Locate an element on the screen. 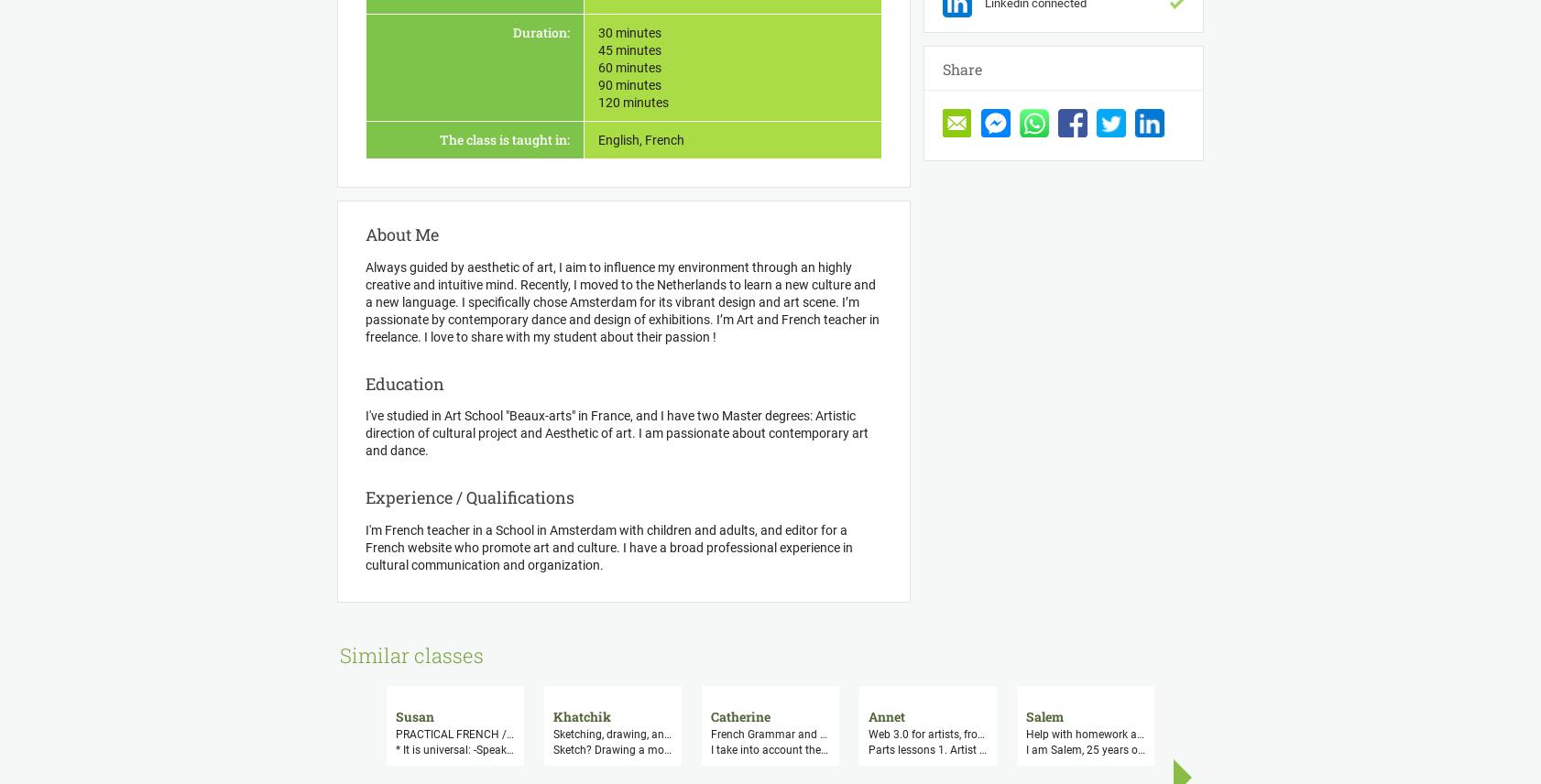  'Anne' is located at coordinates (1514, 715).